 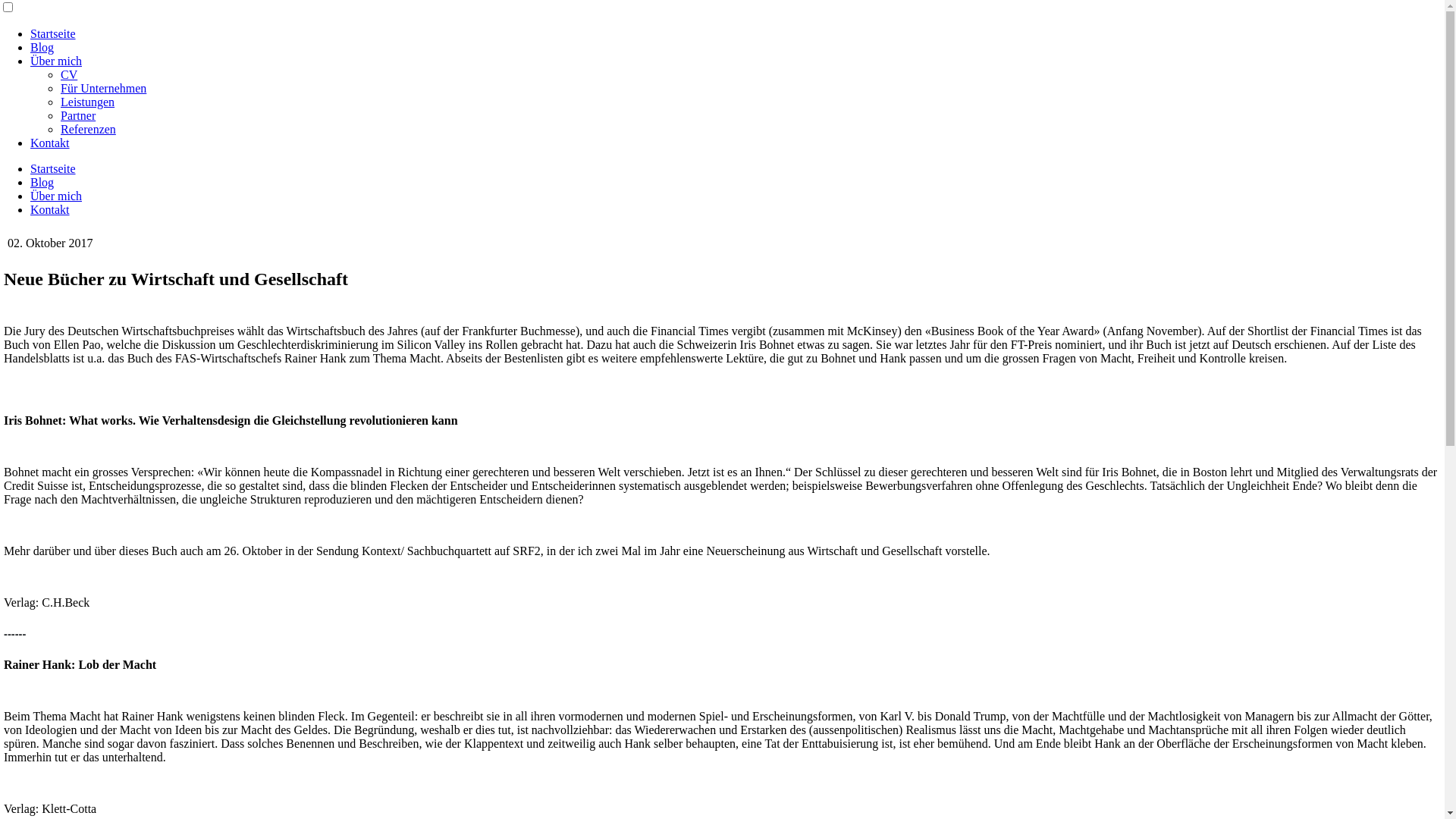 What do you see at coordinates (61, 74) in the screenshot?
I see `'CV'` at bounding box center [61, 74].